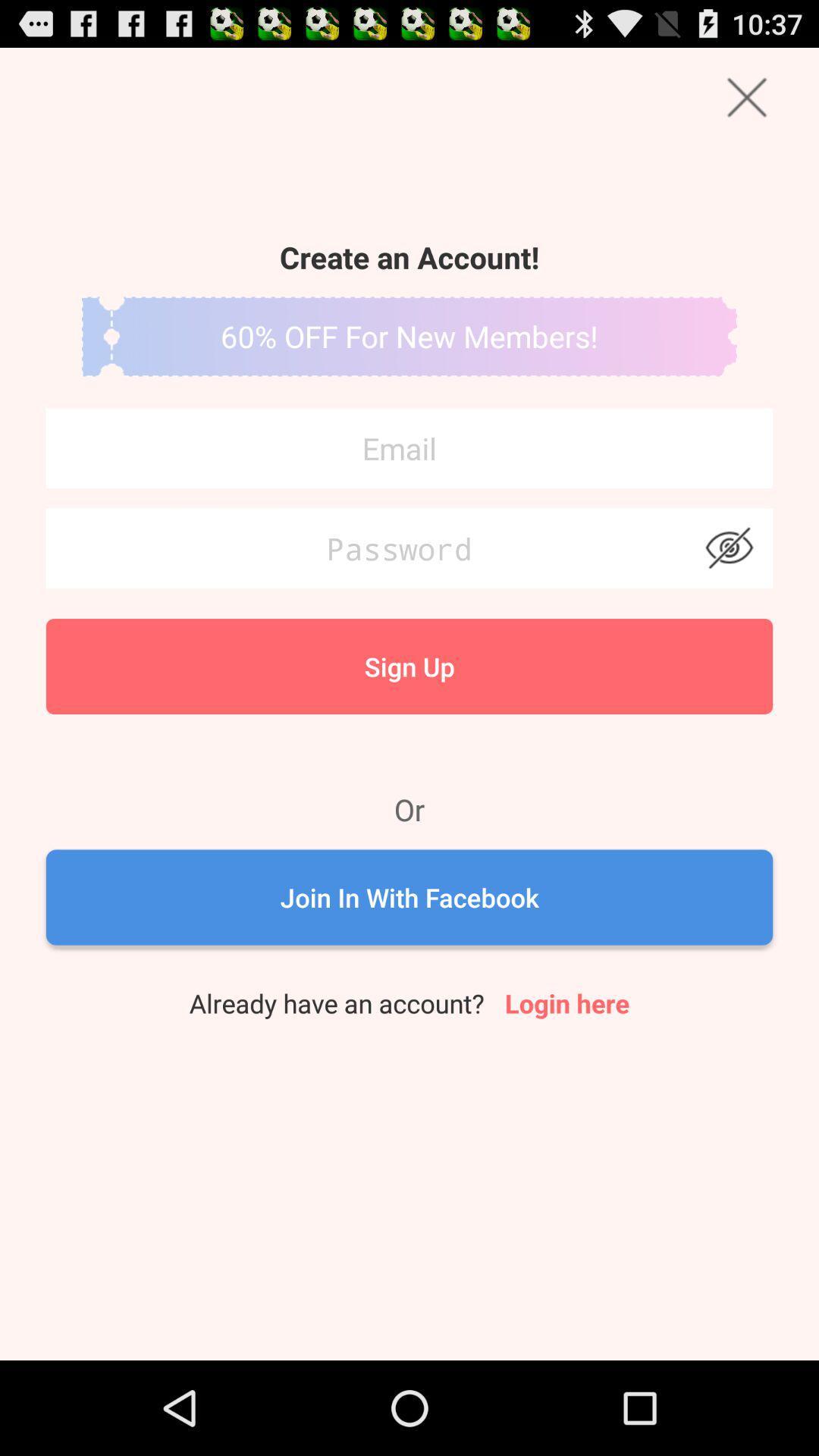 This screenshot has width=819, height=1456. What do you see at coordinates (409, 447) in the screenshot?
I see `email address` at bounding box center [409, 447].